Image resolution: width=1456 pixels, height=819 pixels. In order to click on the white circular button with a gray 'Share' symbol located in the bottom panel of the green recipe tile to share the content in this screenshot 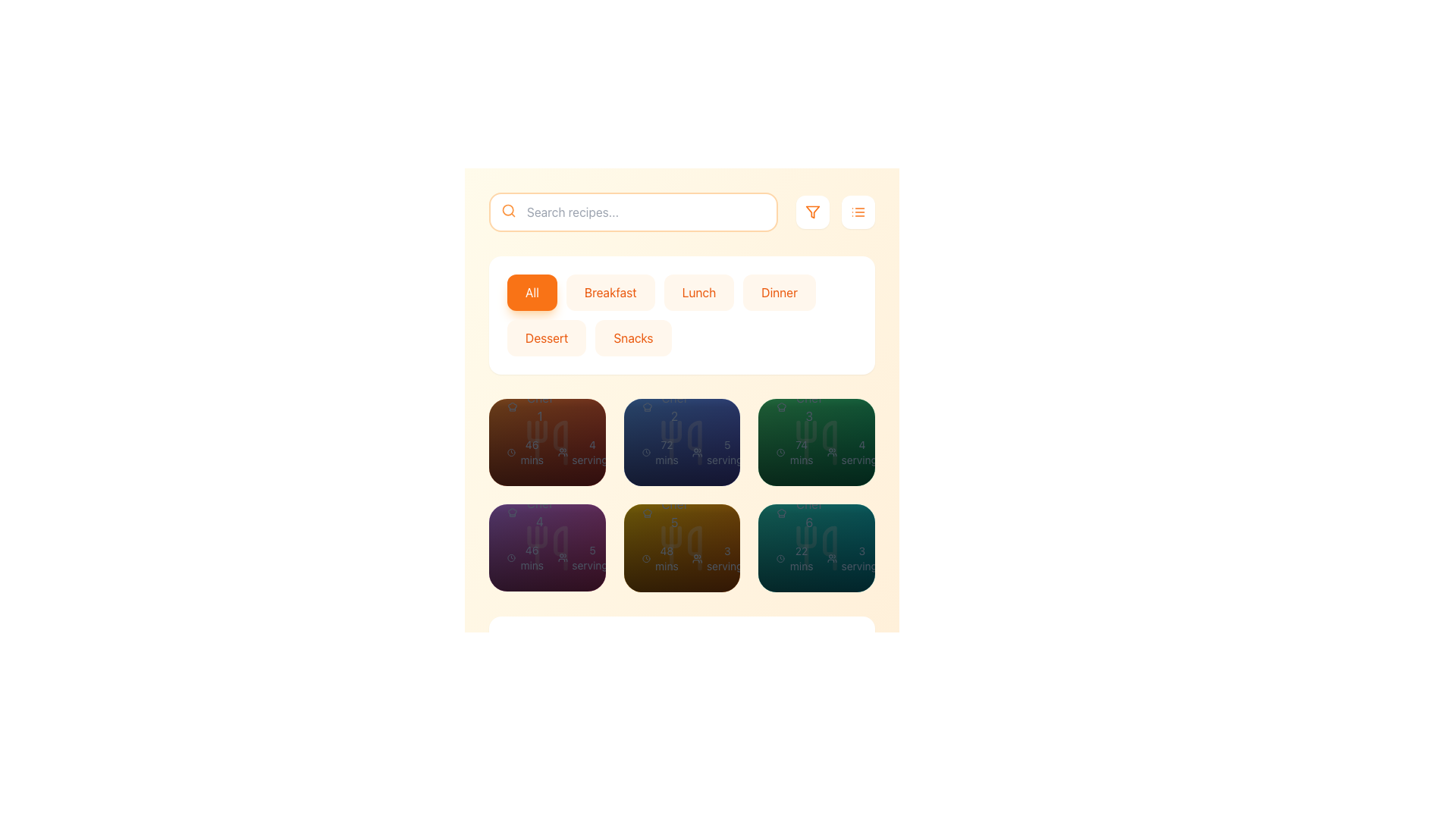, I will do `click(862, 442)`.